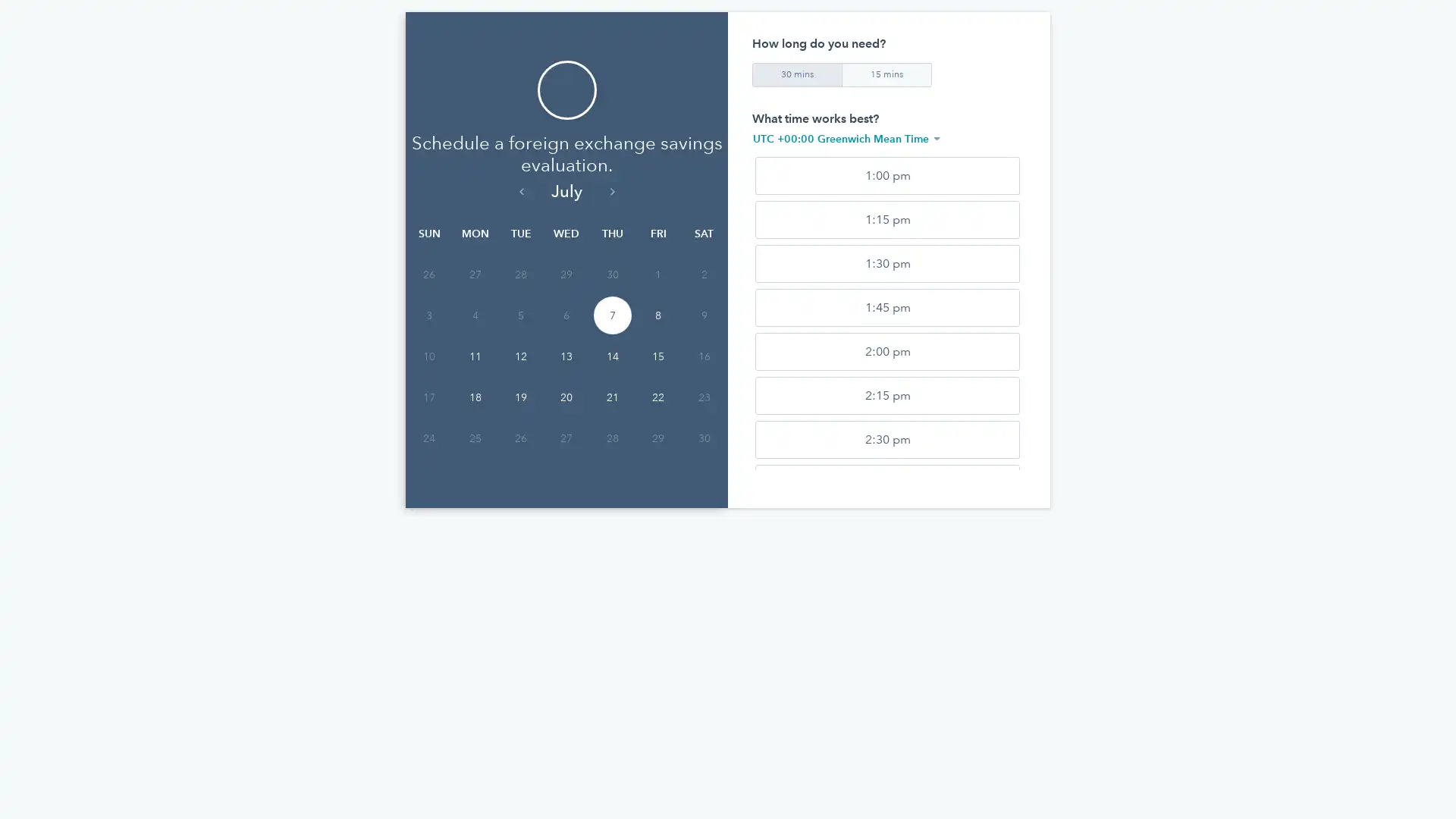  Describe the element at coordinates (473, 275) in the screenshot. I see `June 27th` at that location.